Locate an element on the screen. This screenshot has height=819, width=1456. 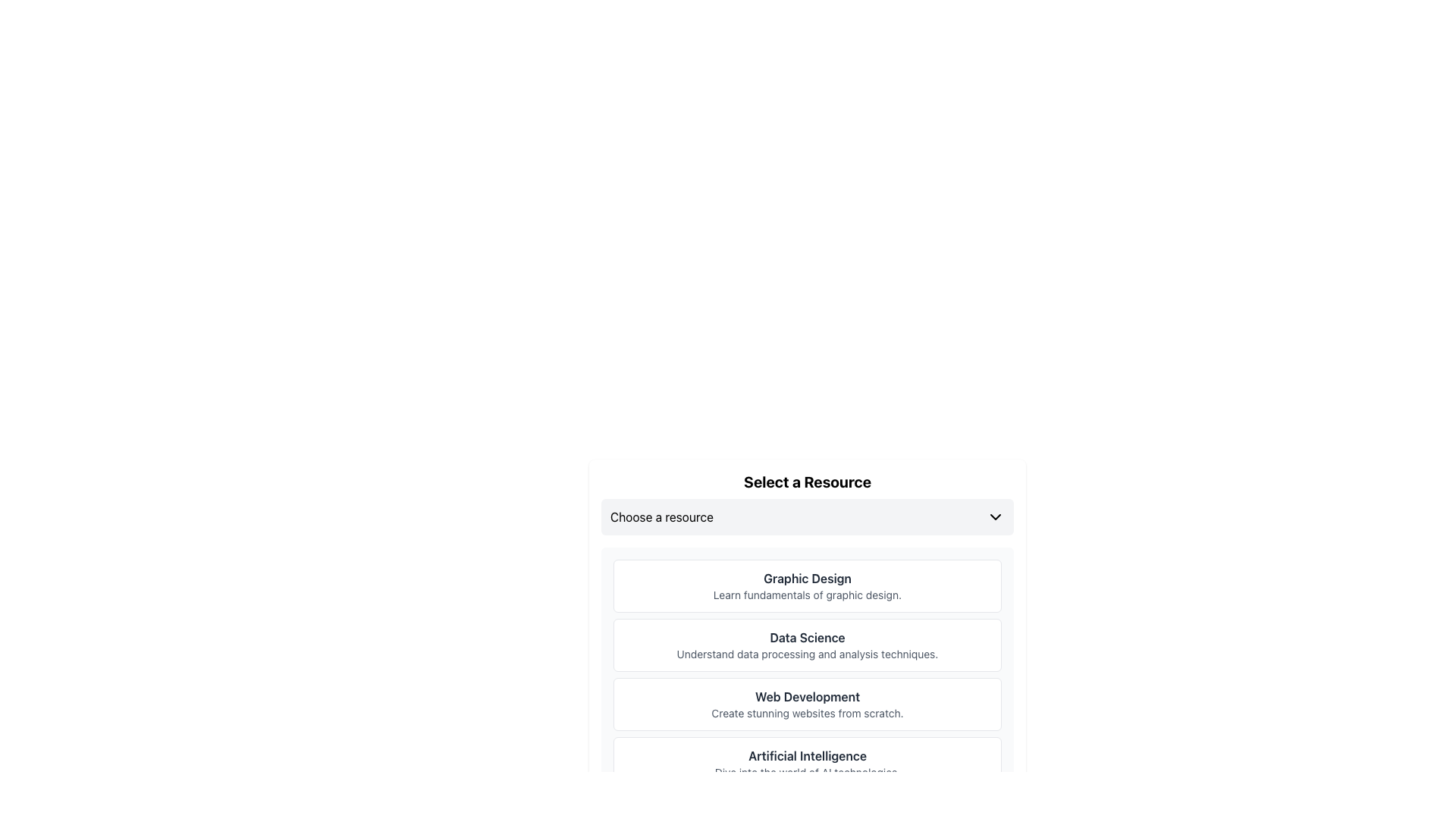
the 'Web Development' option selector tile, which is the third selectable item in a vertical list of categories is located at coordinates (807, 704).